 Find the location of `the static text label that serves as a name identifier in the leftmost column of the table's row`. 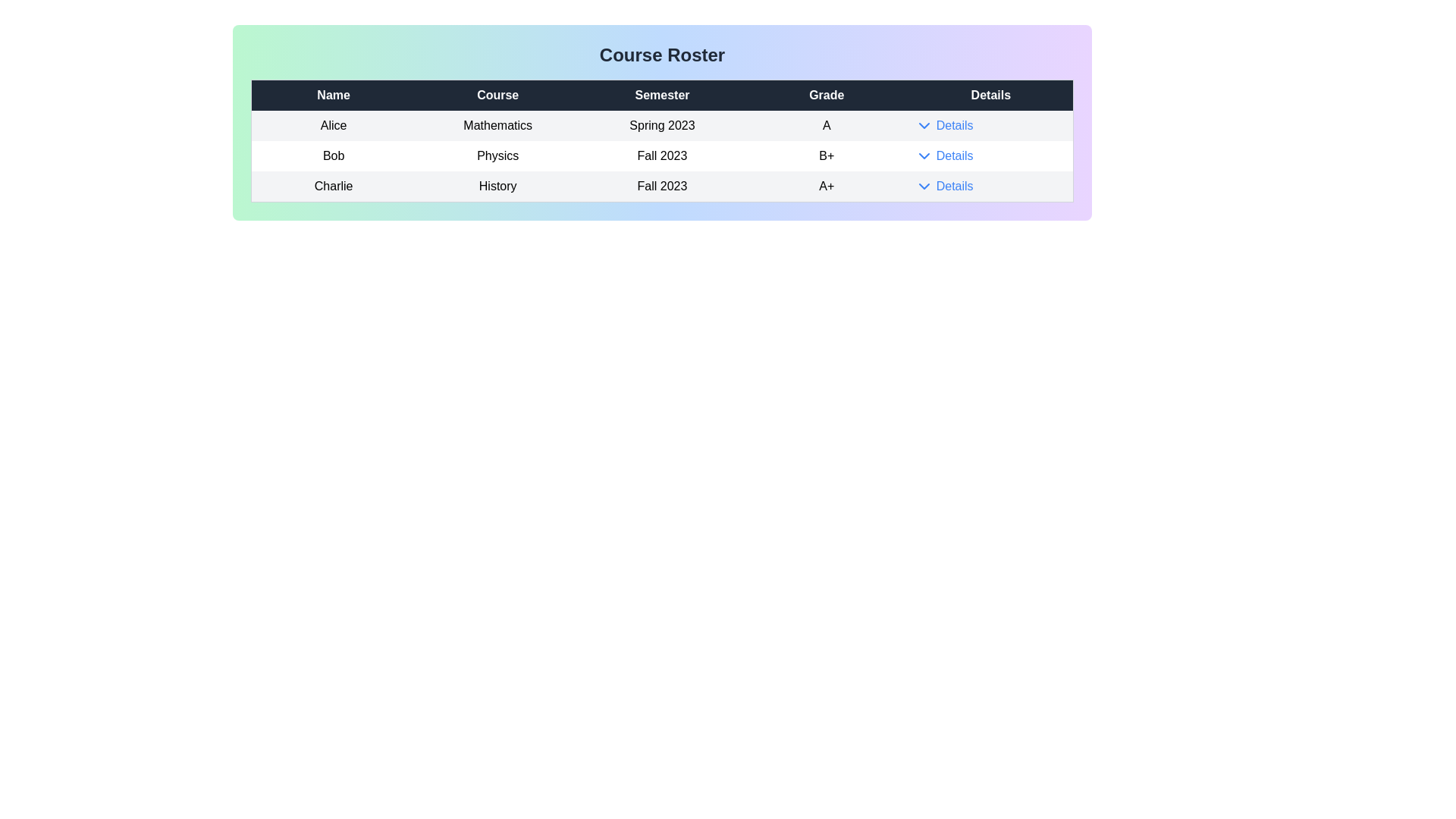

the static text label that serves as a name identifier in the leftmost column of the table's row is located at coordinates (332, 186).